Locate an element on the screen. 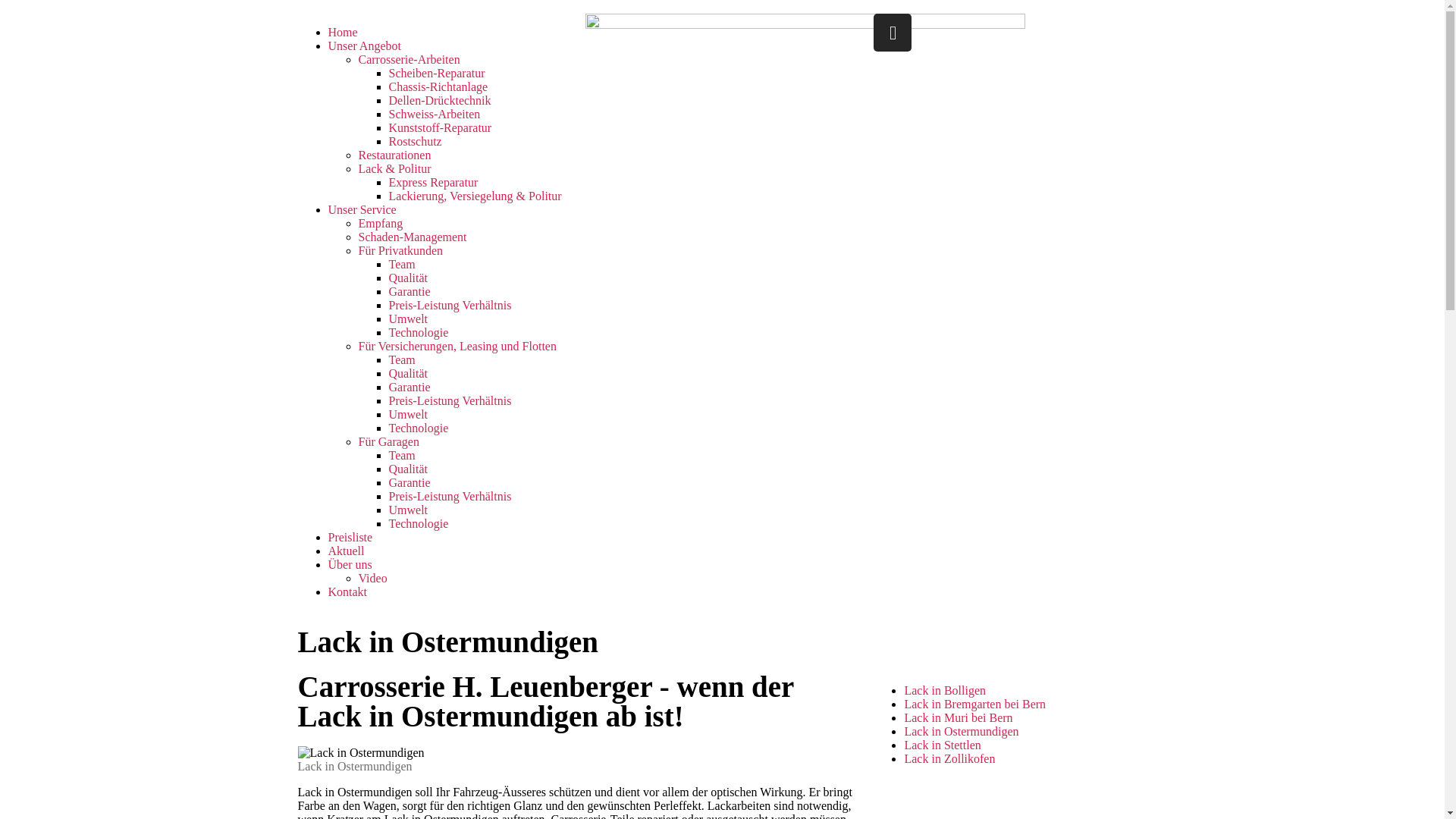 The width and height of the screenshot is (1456, 819). 'Preisliste' is located at coordinates (349, 536).